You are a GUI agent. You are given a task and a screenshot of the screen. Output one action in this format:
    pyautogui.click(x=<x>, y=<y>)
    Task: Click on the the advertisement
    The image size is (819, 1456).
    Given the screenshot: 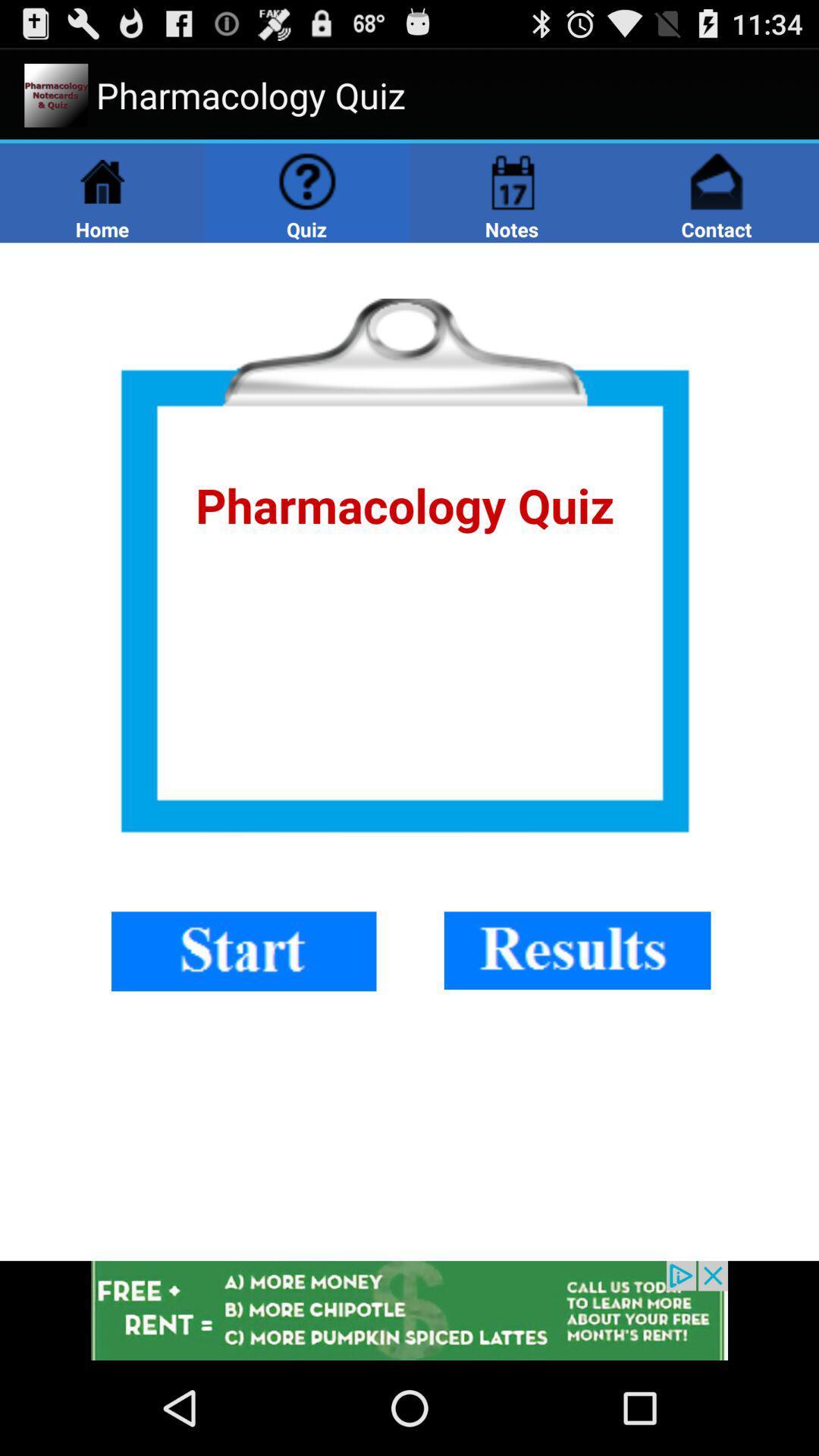 What is the action you would take?
    pyautogui.click(x=409, y=1310)
    